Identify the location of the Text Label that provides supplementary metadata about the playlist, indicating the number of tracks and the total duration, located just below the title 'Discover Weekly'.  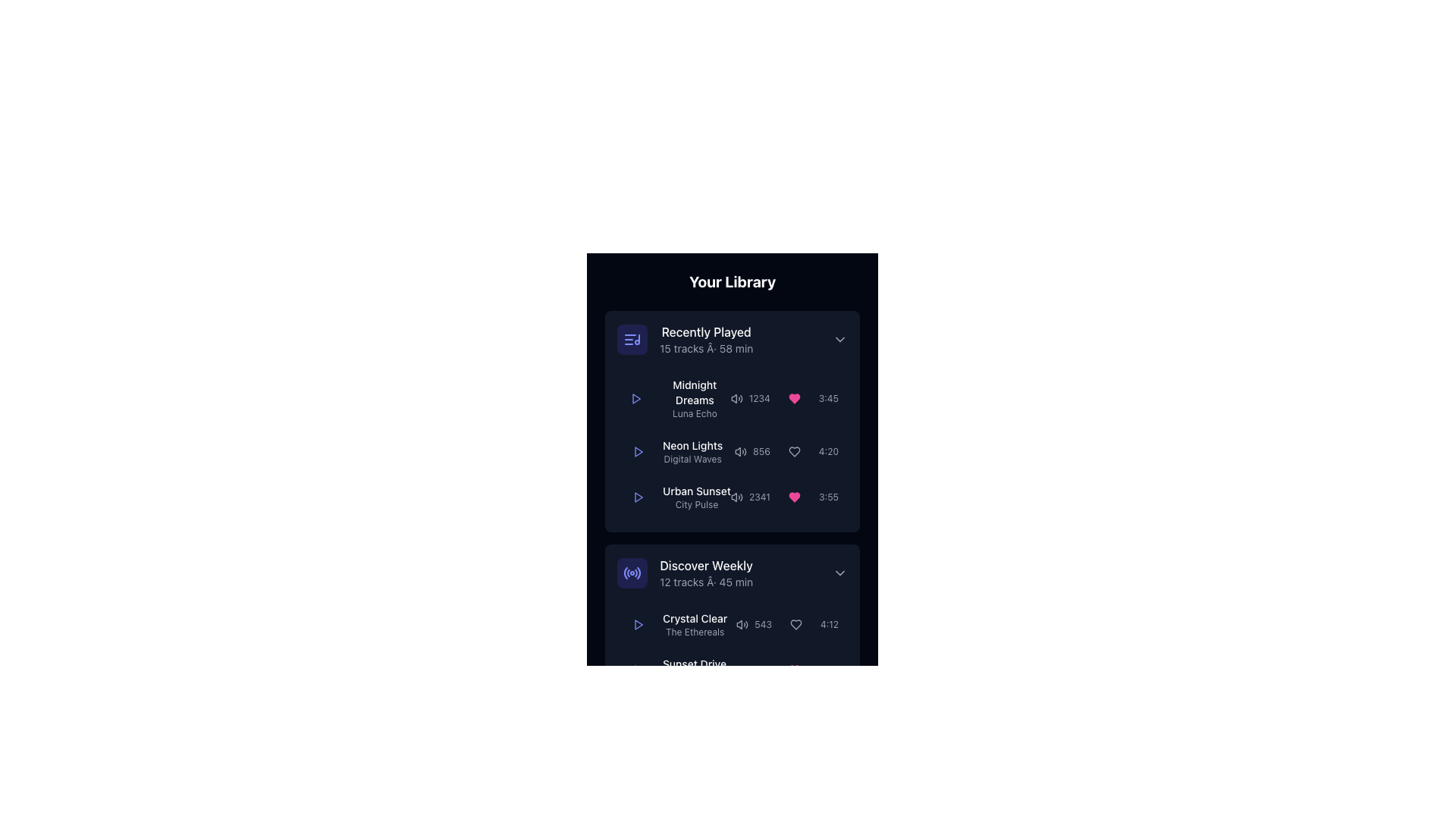
(705, 581).